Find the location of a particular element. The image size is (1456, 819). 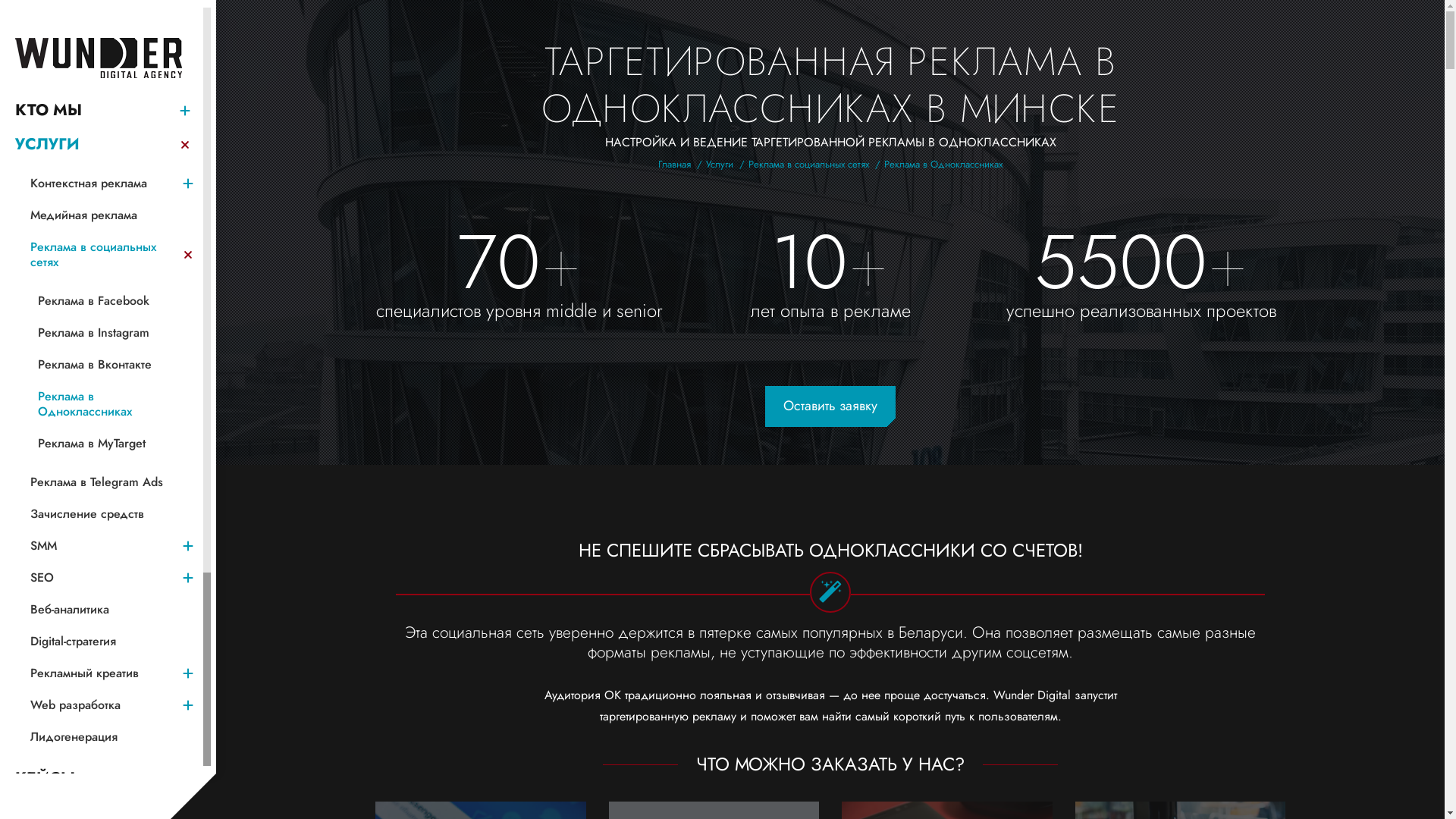

'SEO' is located at coordinates (99, 578).